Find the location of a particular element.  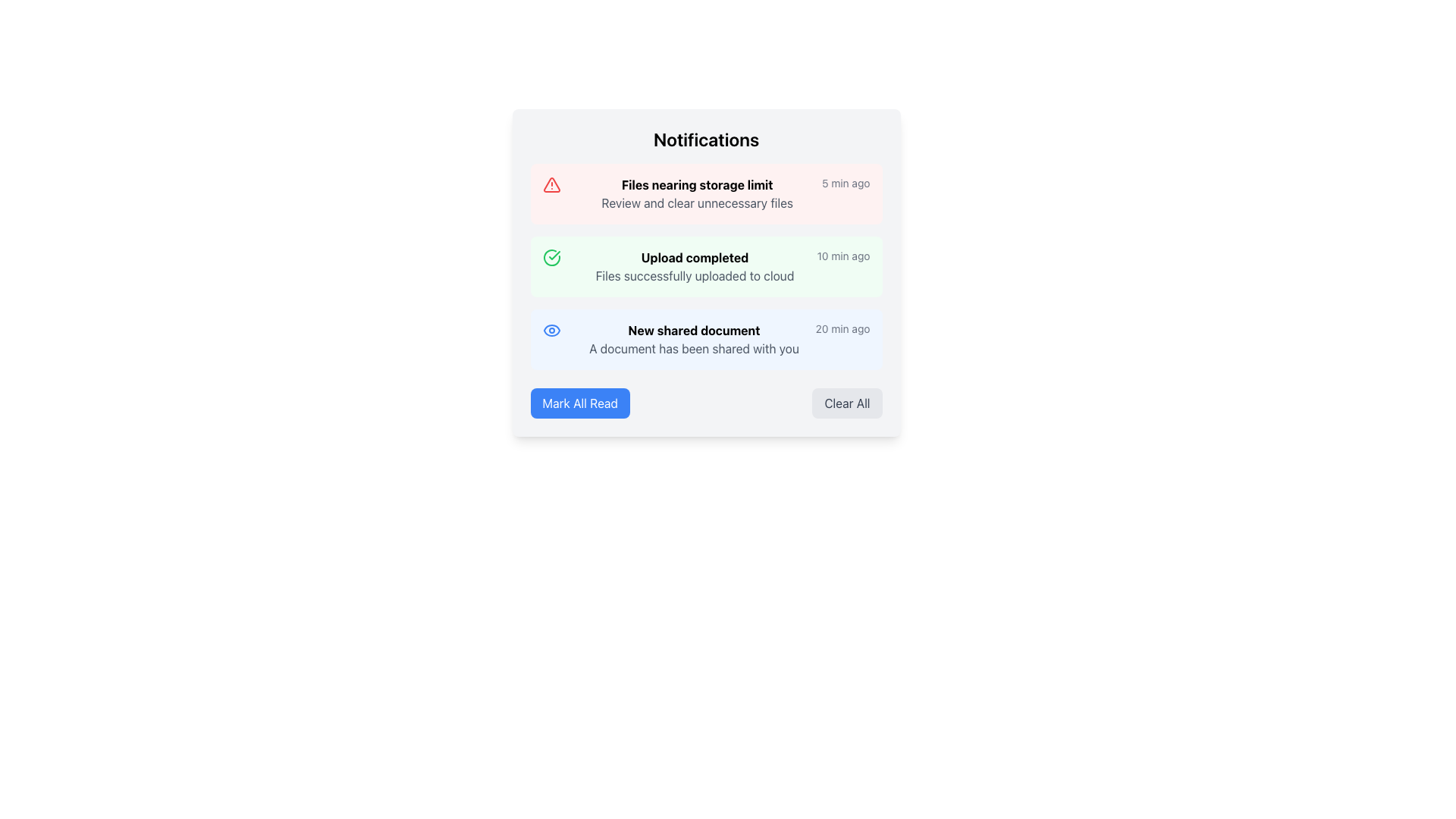

the text label reading 'Upload completed' is located at coordinates (694, 256).